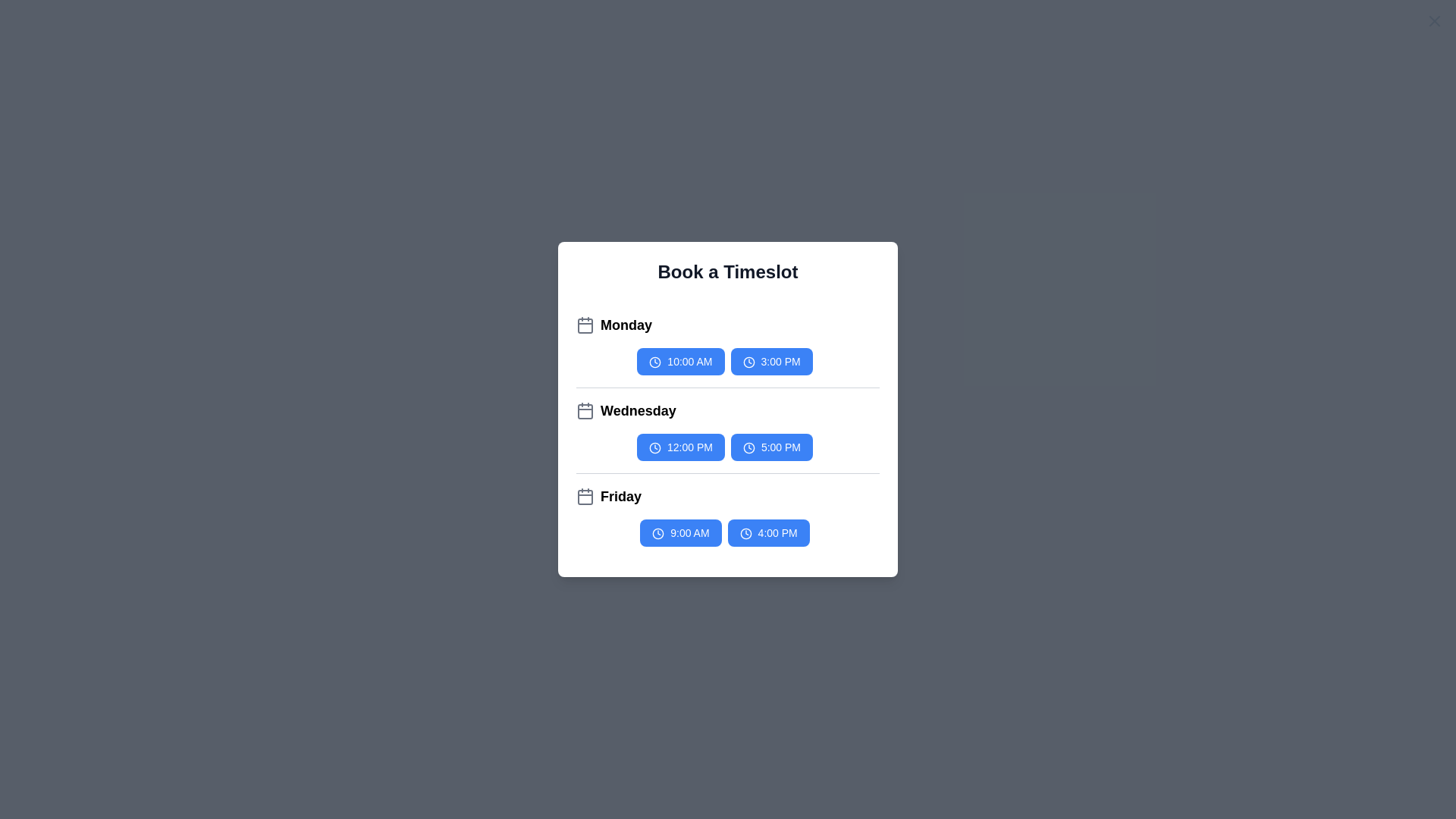  I want to click on the timeslot button labeled 5:00 PM, so click(771, 447).